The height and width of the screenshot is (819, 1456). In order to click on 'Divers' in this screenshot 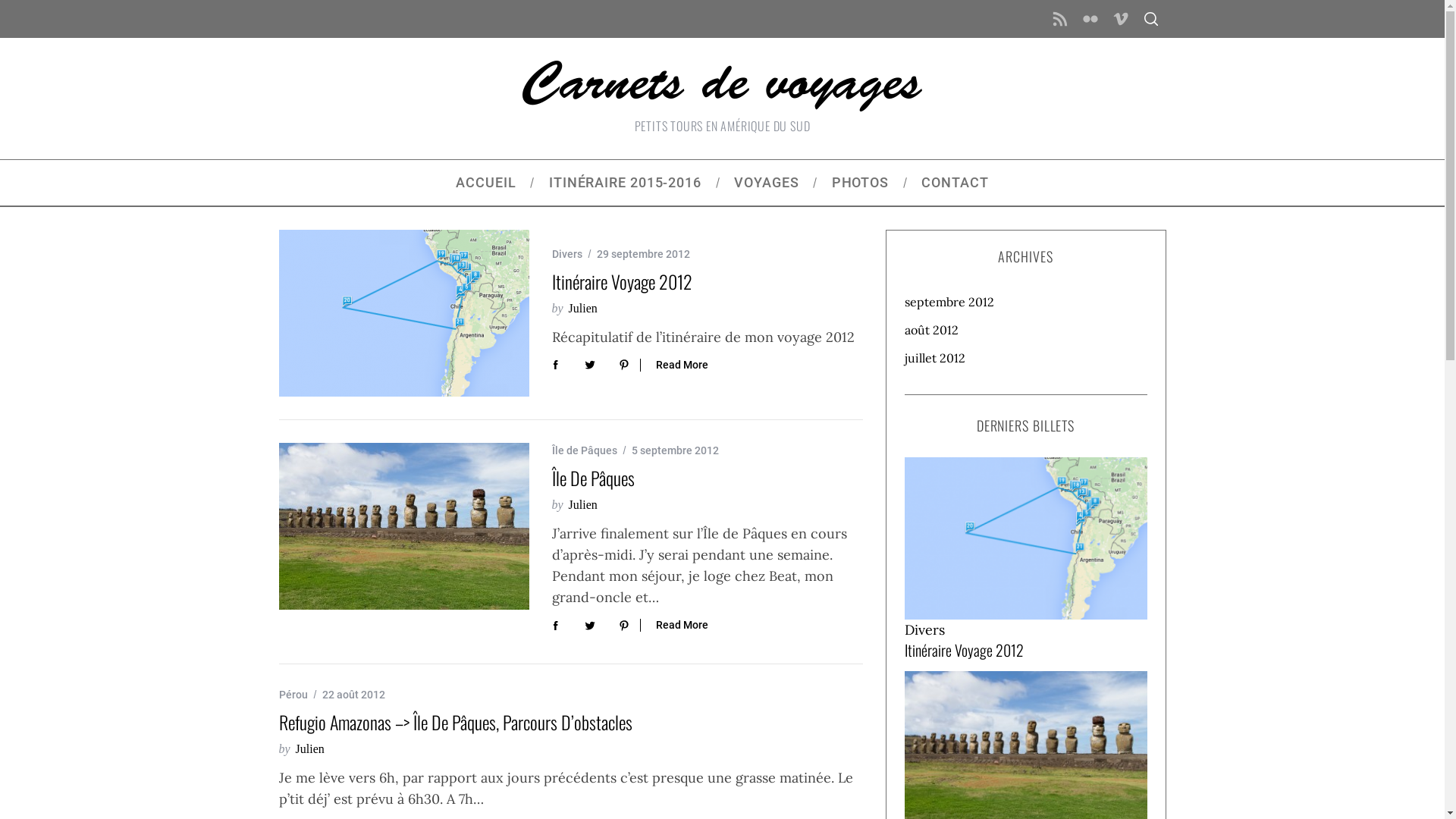, I will do `click(903, 629)`.